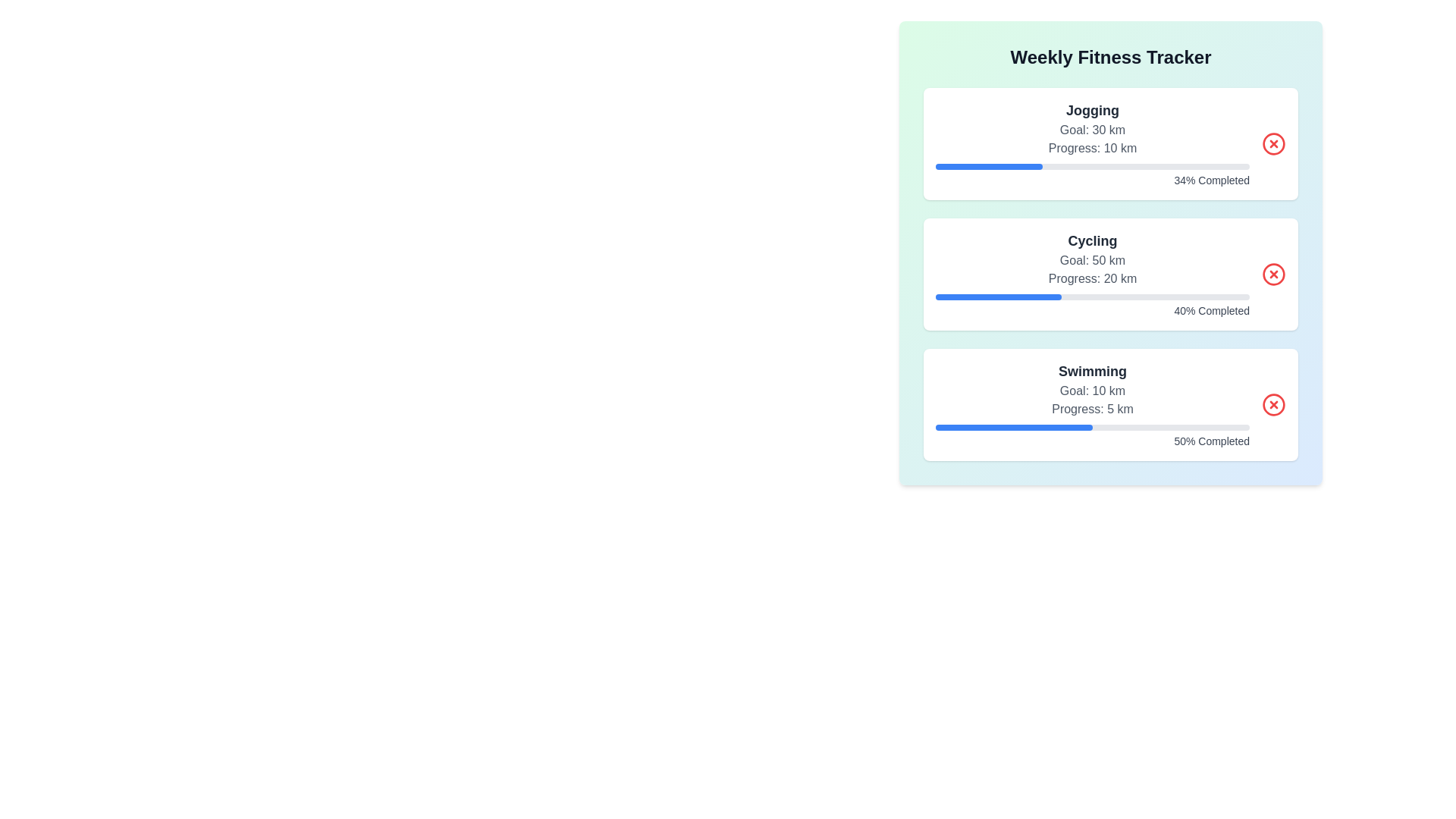 The width and height of the screenshot is (1456, 819). Describe the element at coordinates (1092, 371) in the screenshot. I see `the 'Swimming' header text, which is displayed in bold, large dark gray font at the top of the third card` at that location.